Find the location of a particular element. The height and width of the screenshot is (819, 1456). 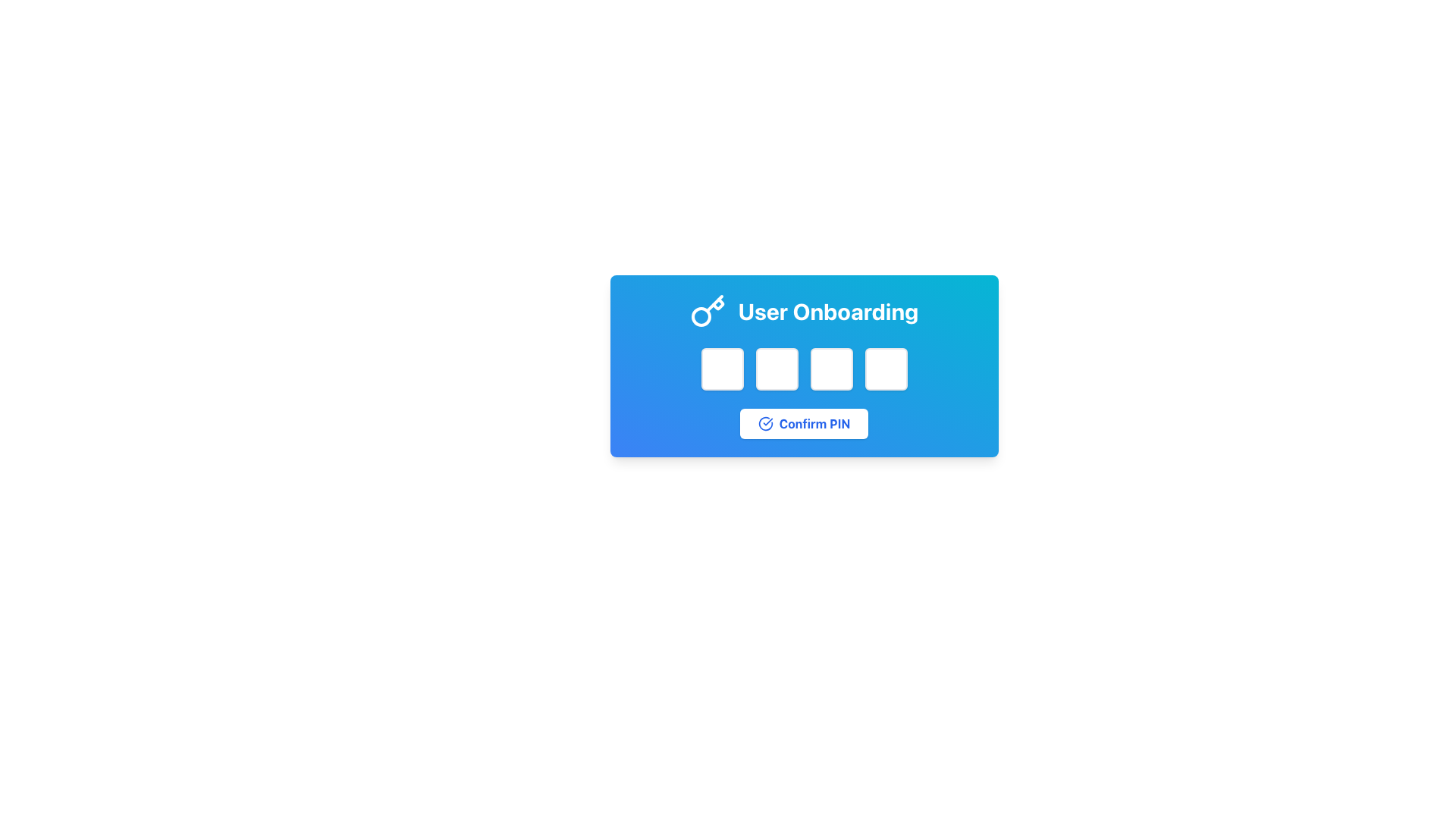

SVG properties of the diagonal line segment that forms part of the key-shaped icon located in the upper-left quadrant of the 'User Onboarding' card is located at coordinates (713, 303).